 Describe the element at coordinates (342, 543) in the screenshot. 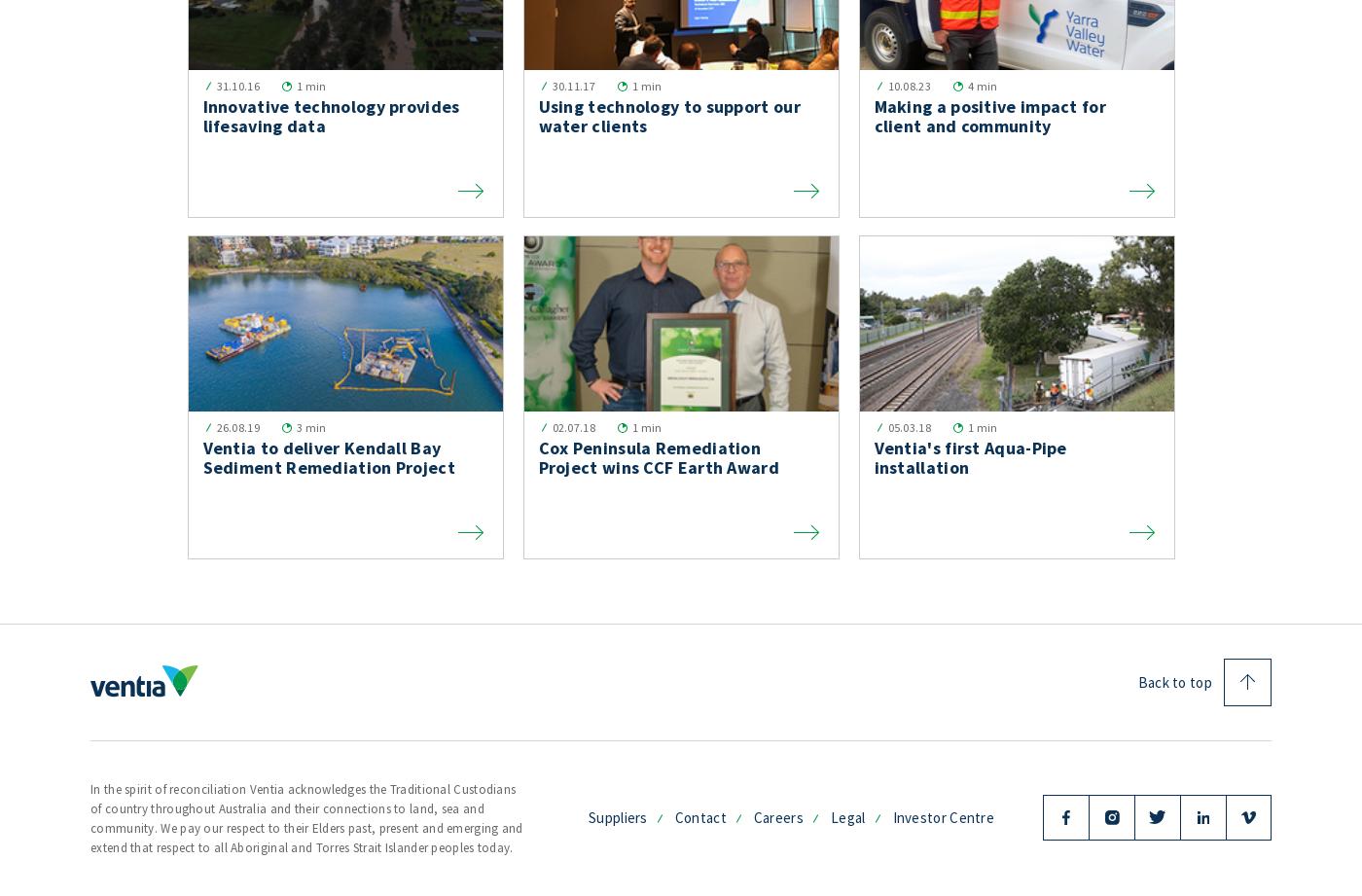

I see `'Following the successful completion of a field-based technology trial last year, Ventia has been awarded the contract to deliver the Kendall Bay Sediment Remediation Project for our cl...'` at that location.